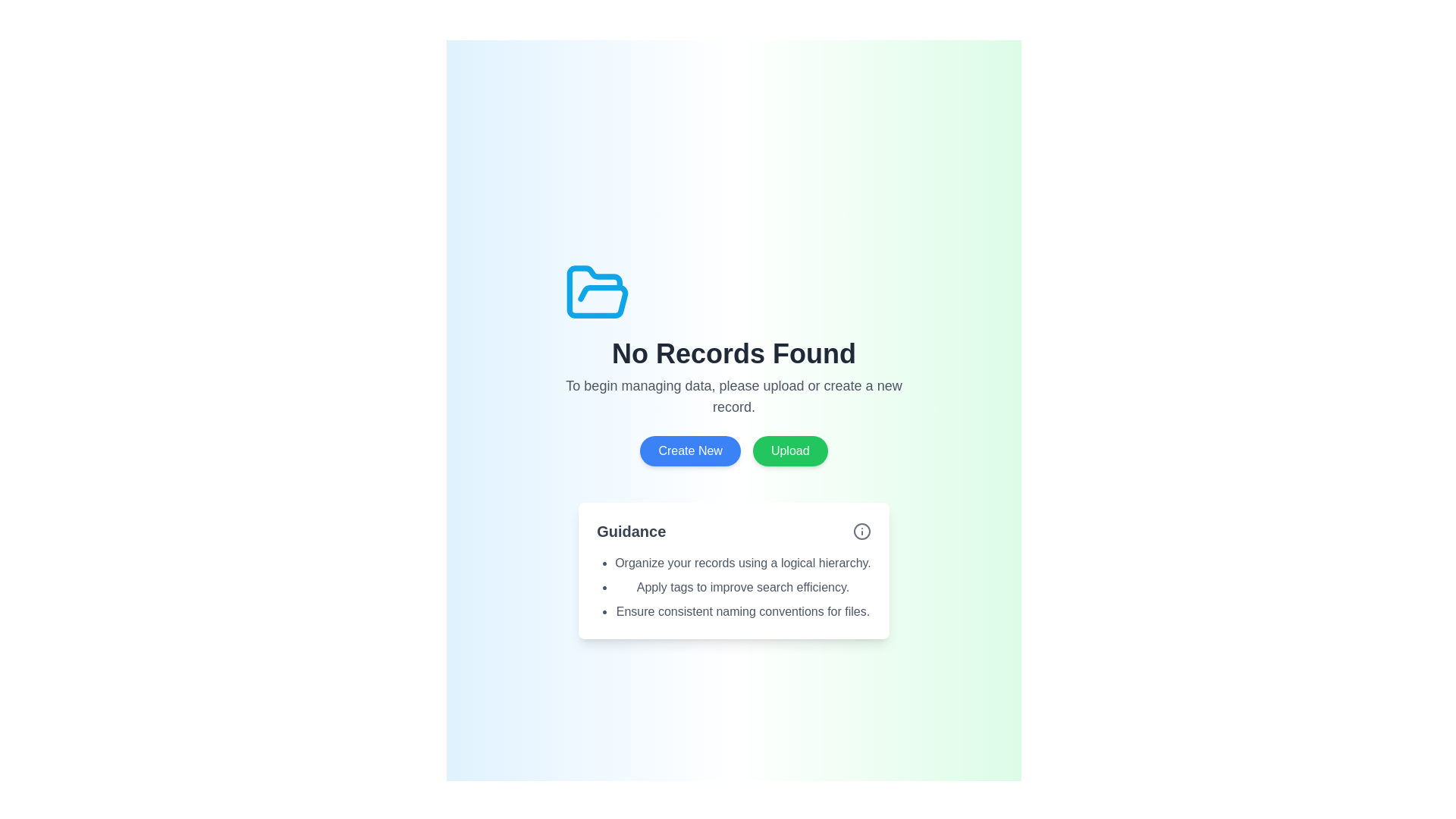 The image size is (1456, 819). Describe the element at coordinates (734, 396) in the screenshot. I see `the informational message prompting the user to upload data or create a new record, located centrally on the page between the 'No Records Found' heading and the buttons below it` at that location.